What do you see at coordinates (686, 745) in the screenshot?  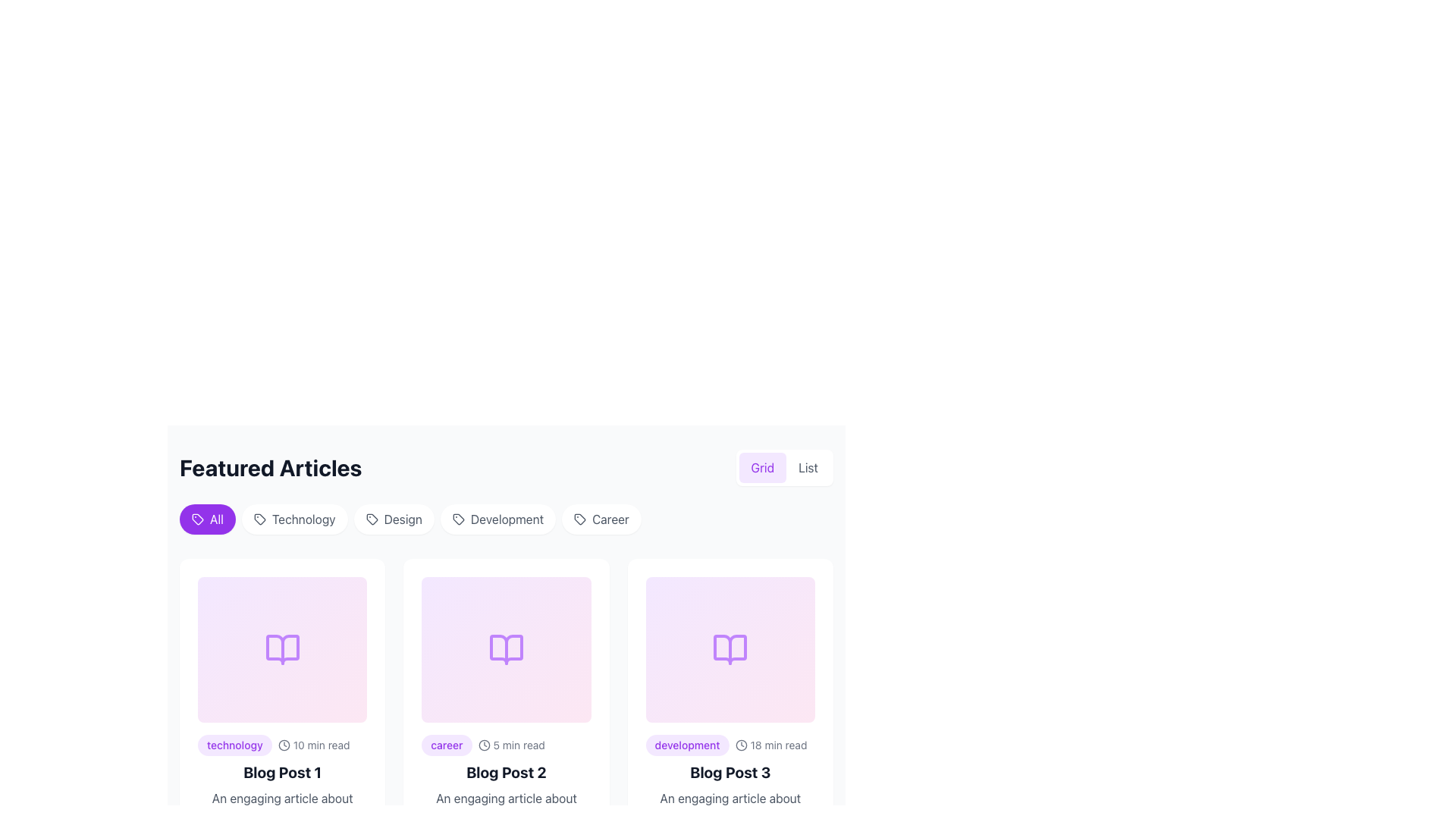 I see `the pill-shaped tag with the text 'development' in purple on a light purple background, located within the metadata section under 'Blog Post 3'` at bounding box center [686, 745].